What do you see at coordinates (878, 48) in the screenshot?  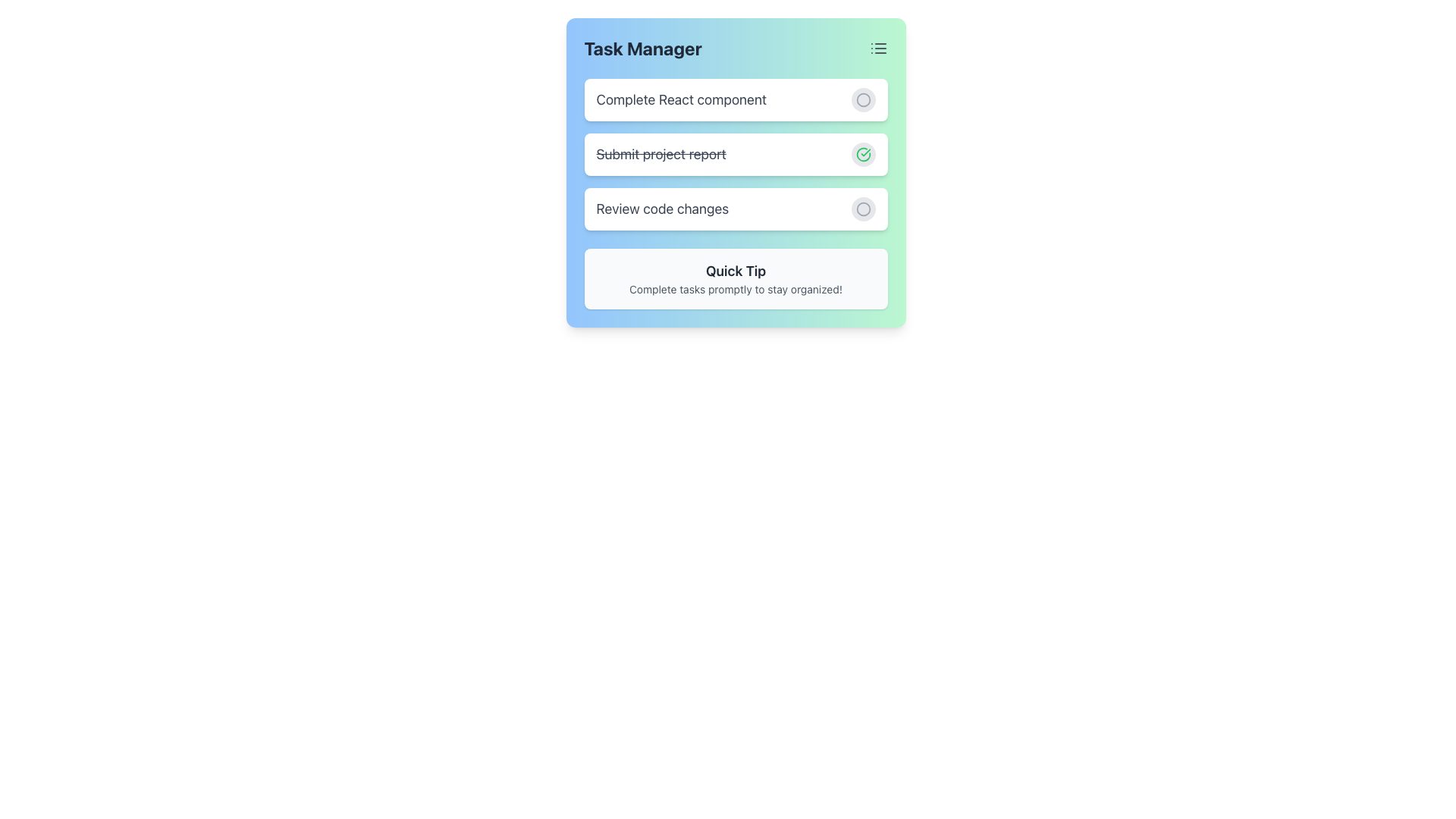 I see `the icon resembling a list or menu with three horizontal lines and three small dots, located in the top-right corner of the task manager interface, to possibly see a tooltip` at bounding box center [878, 48].